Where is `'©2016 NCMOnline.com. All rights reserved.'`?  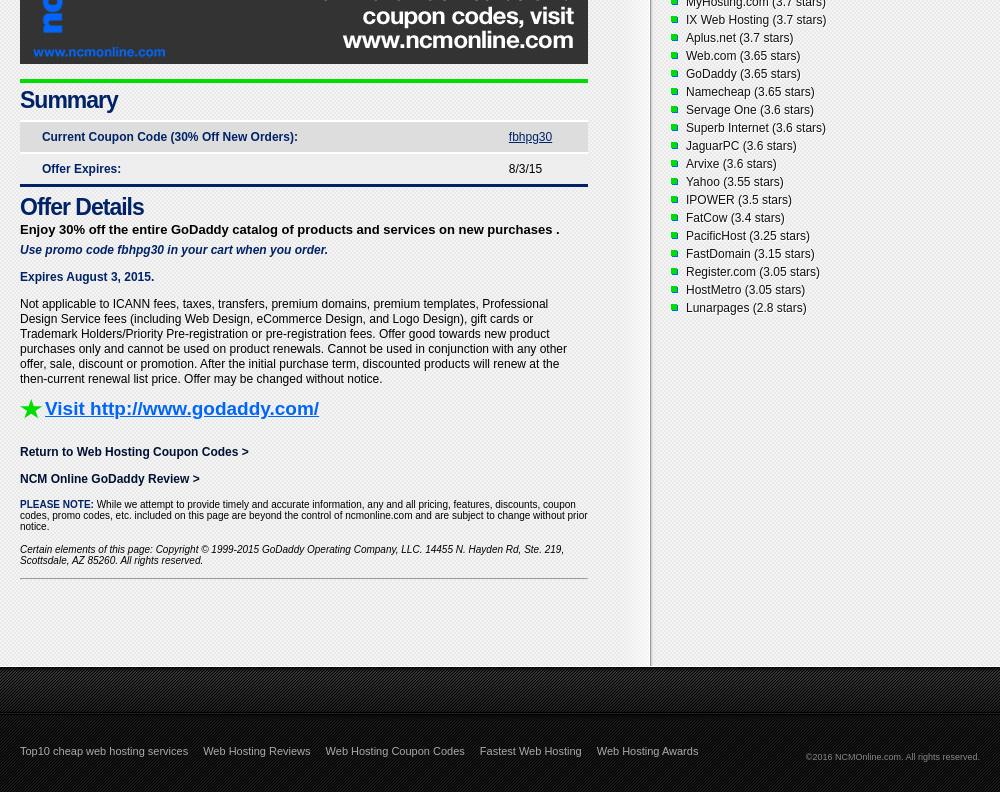 '©2016 NCMOnline.com. All rights reserved.' is located at coordinates (892, 756).